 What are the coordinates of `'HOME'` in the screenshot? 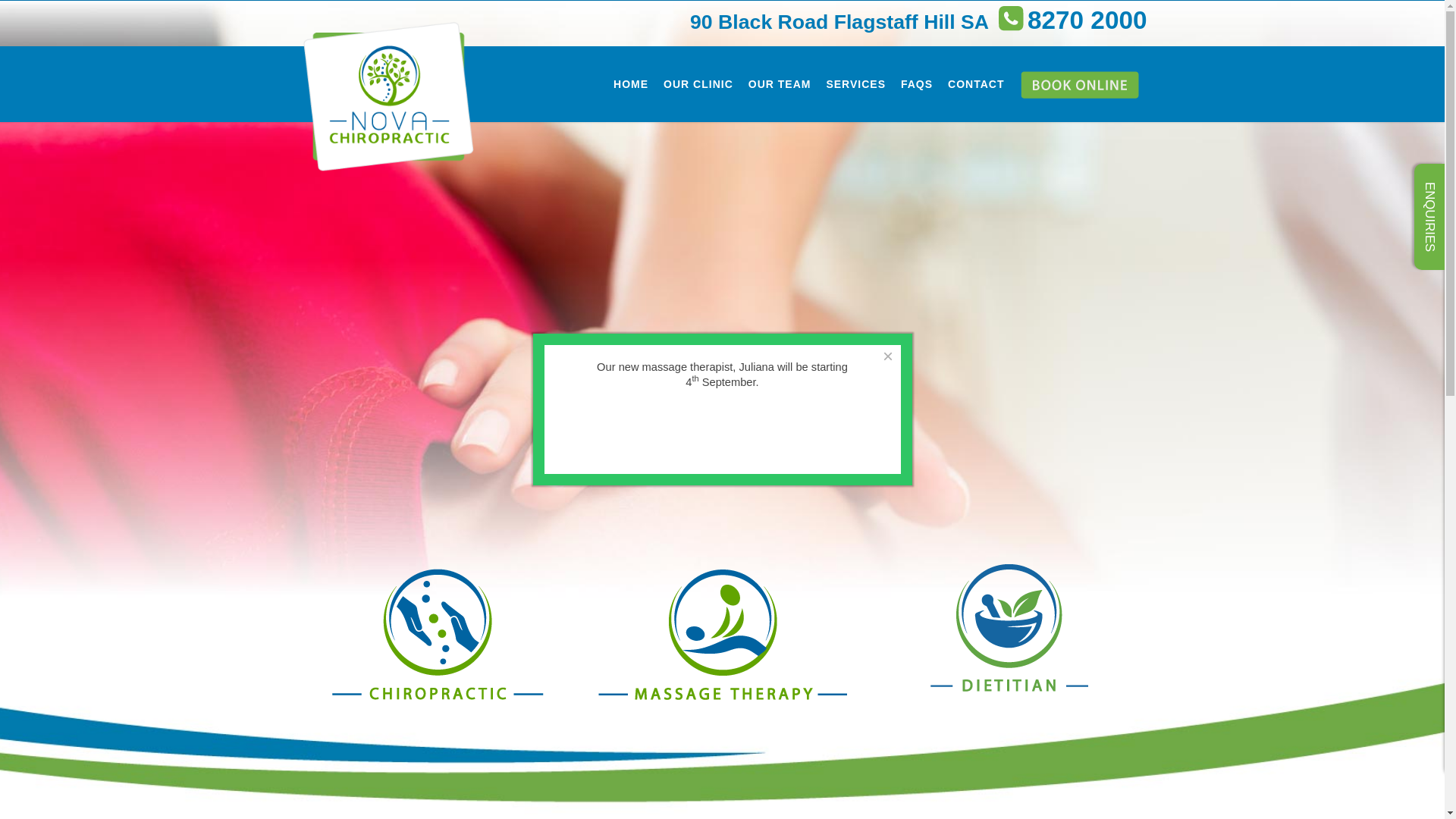 It's located at (630, 84).